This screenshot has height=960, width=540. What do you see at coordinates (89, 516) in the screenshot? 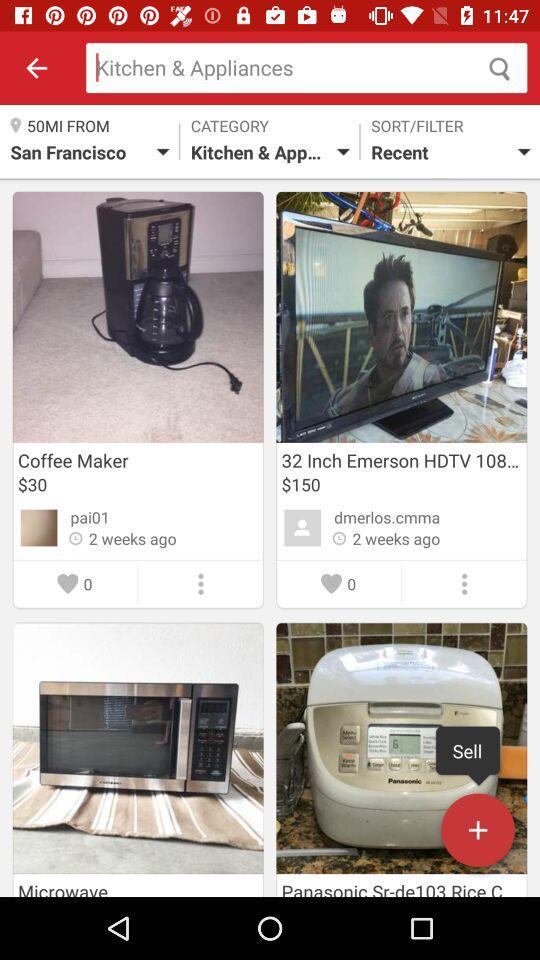
I see `pai01` at bounding box center [89, 516].